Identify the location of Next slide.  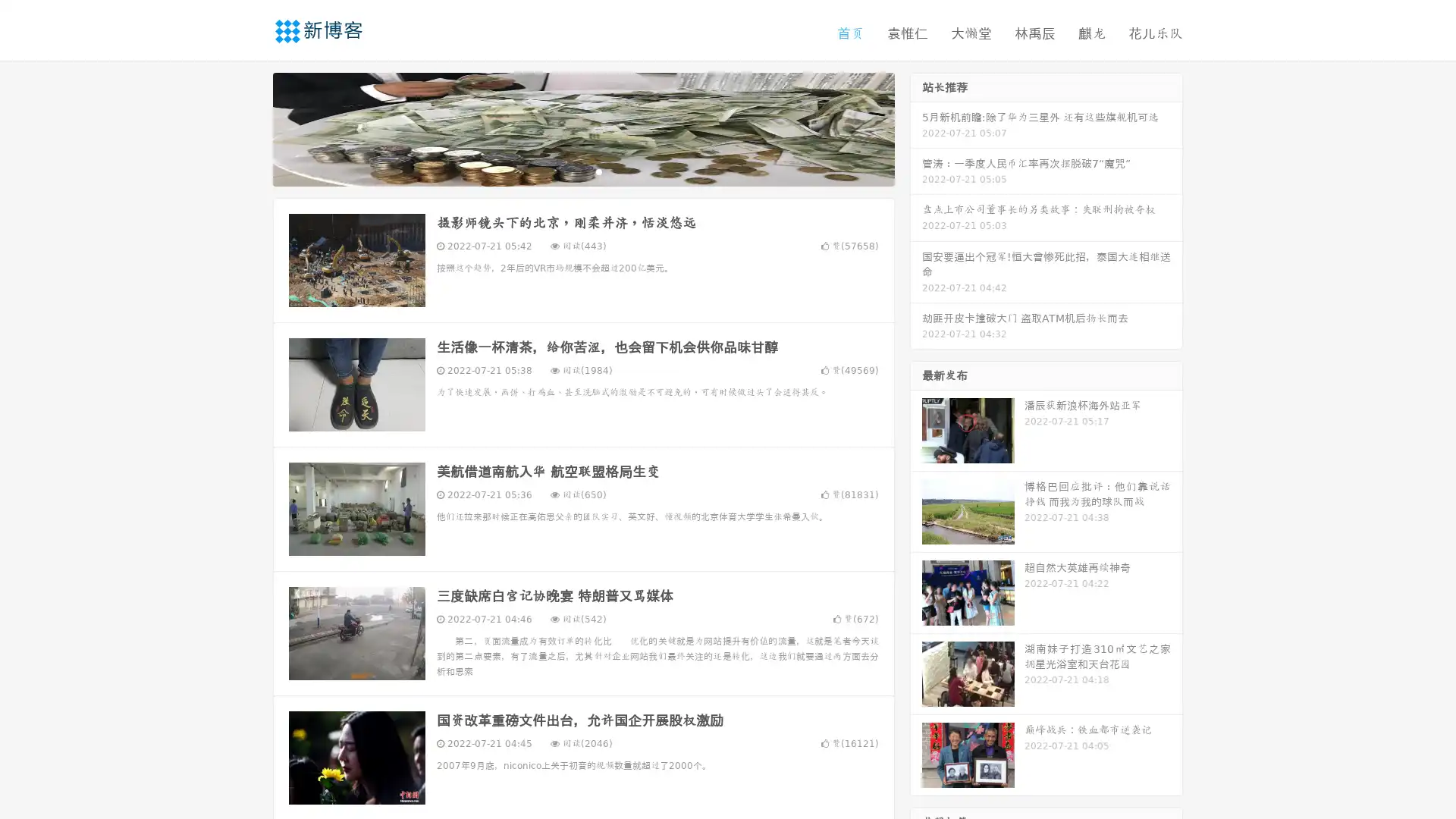
(916, 127).